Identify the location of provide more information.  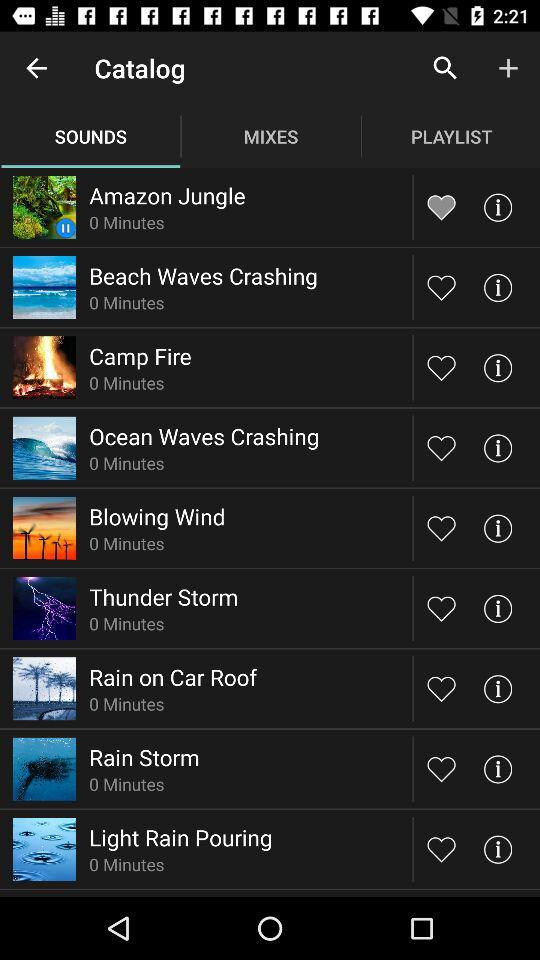
(496, 527).